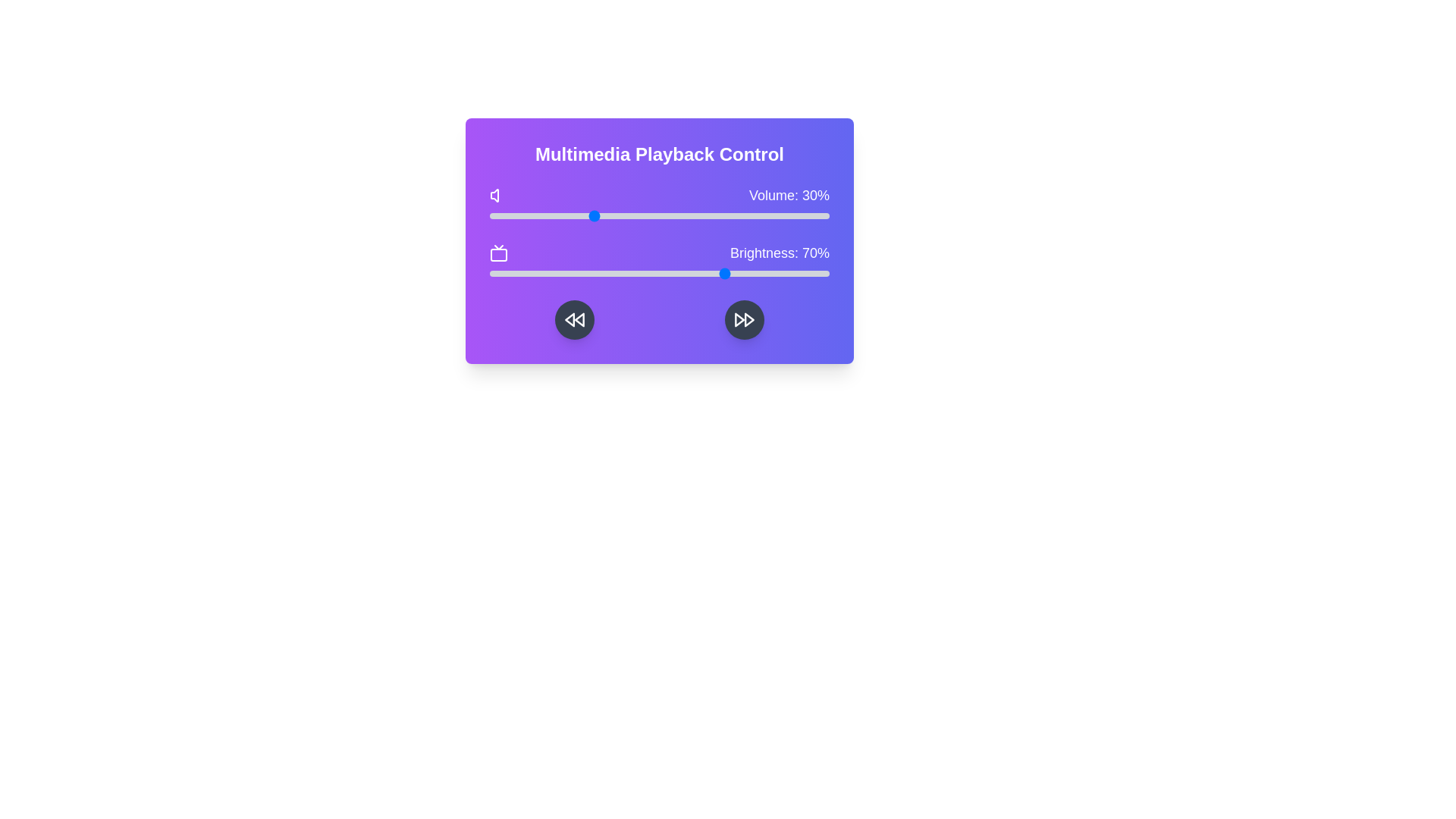 The width and height of the screenshot is (1456, 819). I want to click on the volume slider to 21%, so click(560, 216).